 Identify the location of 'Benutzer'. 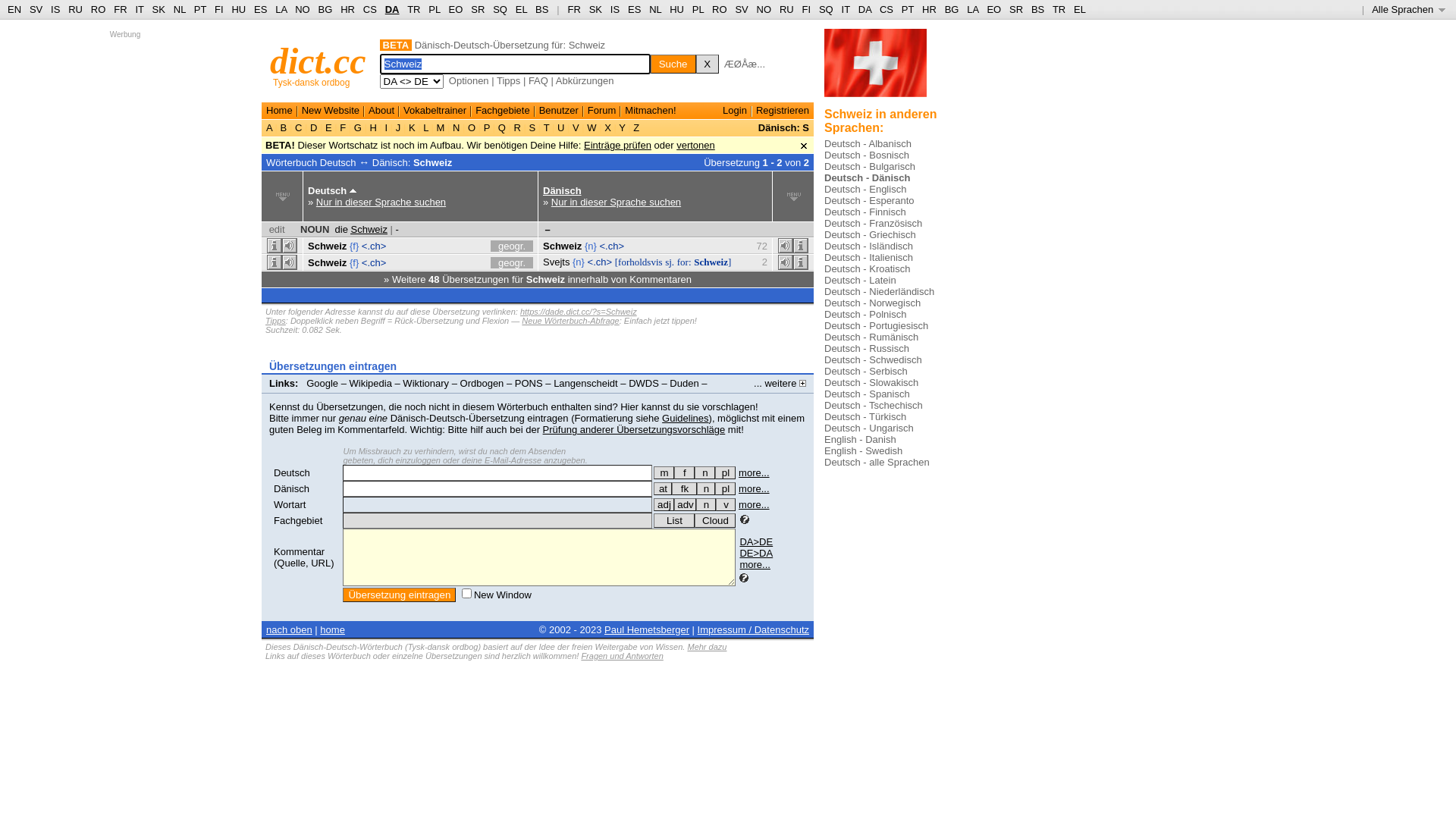
(558, 109).